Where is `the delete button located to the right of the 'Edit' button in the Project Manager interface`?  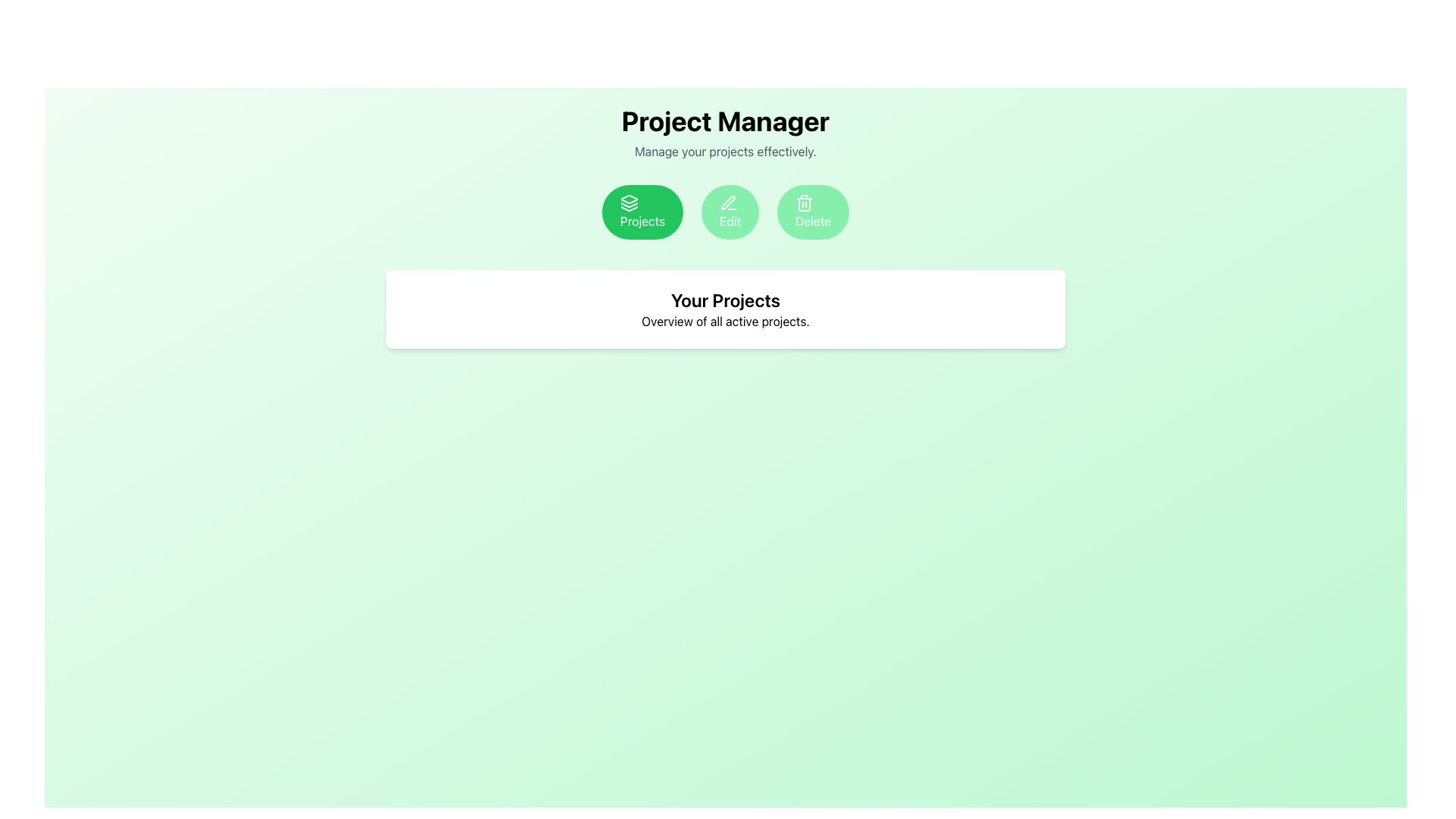 the delete button located to the right of the 'Edit' button in the Project Manager interface is located at coordinates (812, 212).